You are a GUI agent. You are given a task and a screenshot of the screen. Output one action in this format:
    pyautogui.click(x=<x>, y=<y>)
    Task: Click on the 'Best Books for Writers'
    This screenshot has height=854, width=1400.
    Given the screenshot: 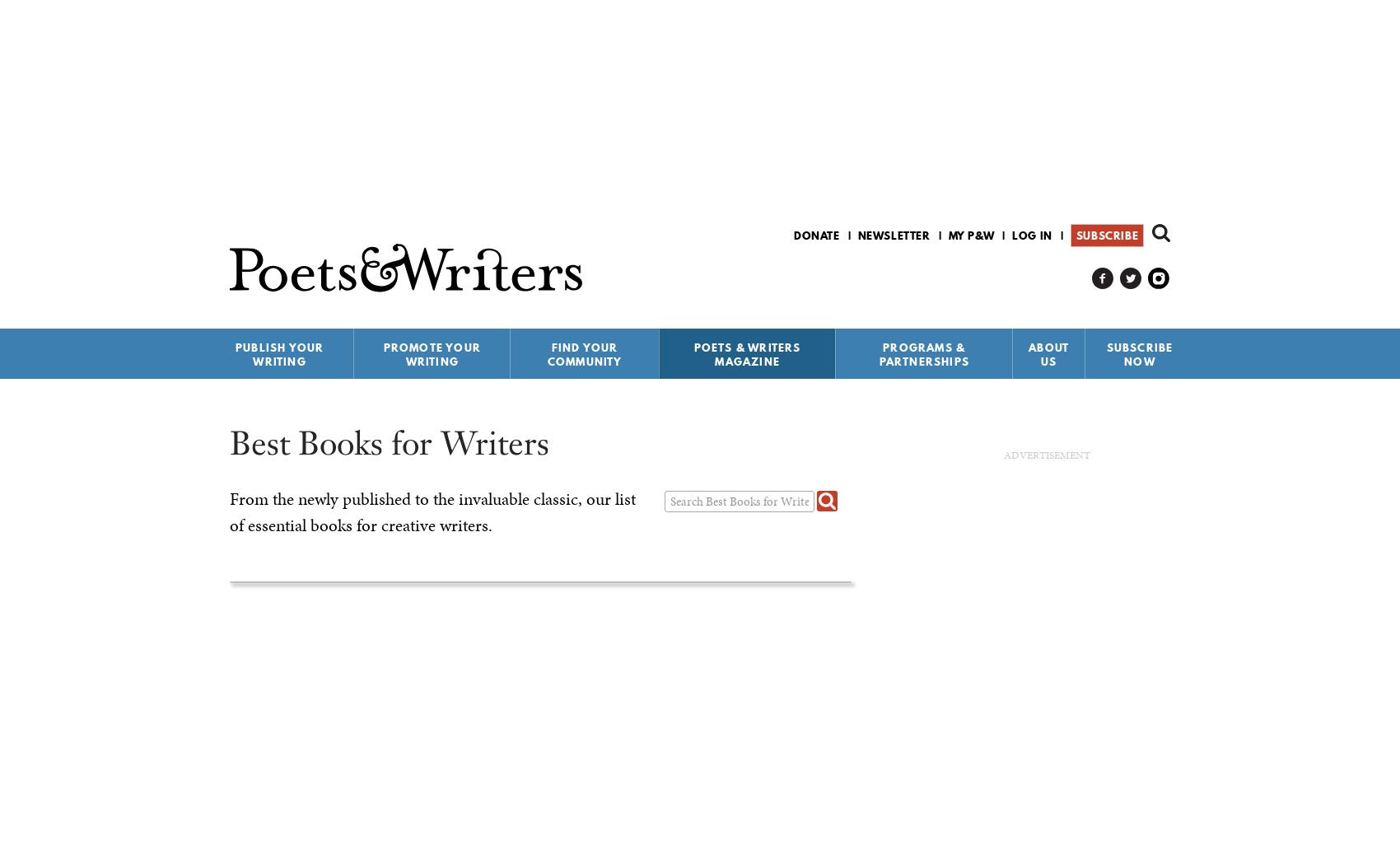 What is the action you would take?
    pyautogui.click(x=228, y=442)
    